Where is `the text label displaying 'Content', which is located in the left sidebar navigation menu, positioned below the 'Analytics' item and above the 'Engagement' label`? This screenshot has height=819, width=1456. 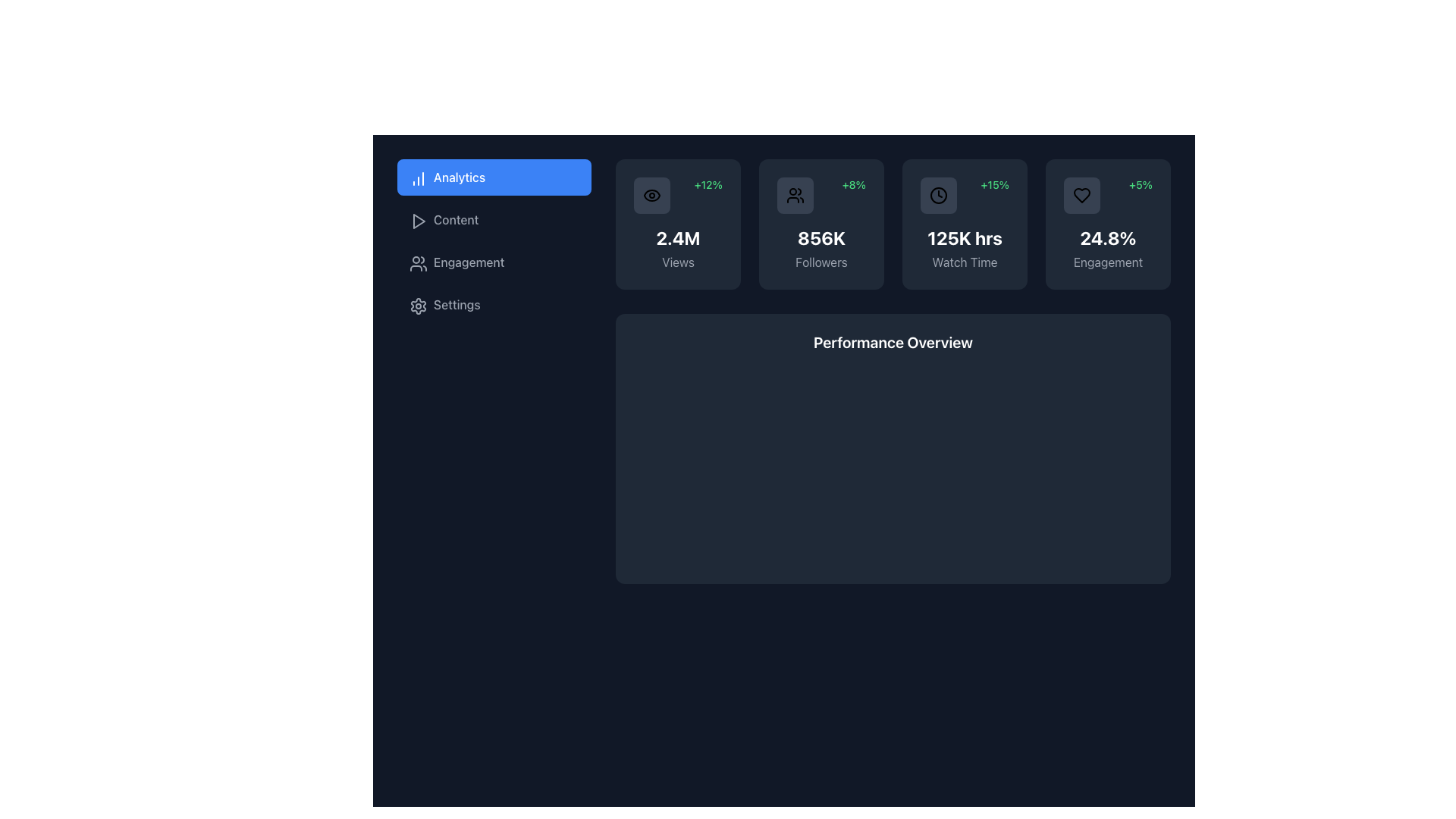
the text label displaying 'Content', which is located in the left sidebar navigation menu, positioned below the 'Analytics' item and above the 'Engagement' label is located at coordinates (455, 219).